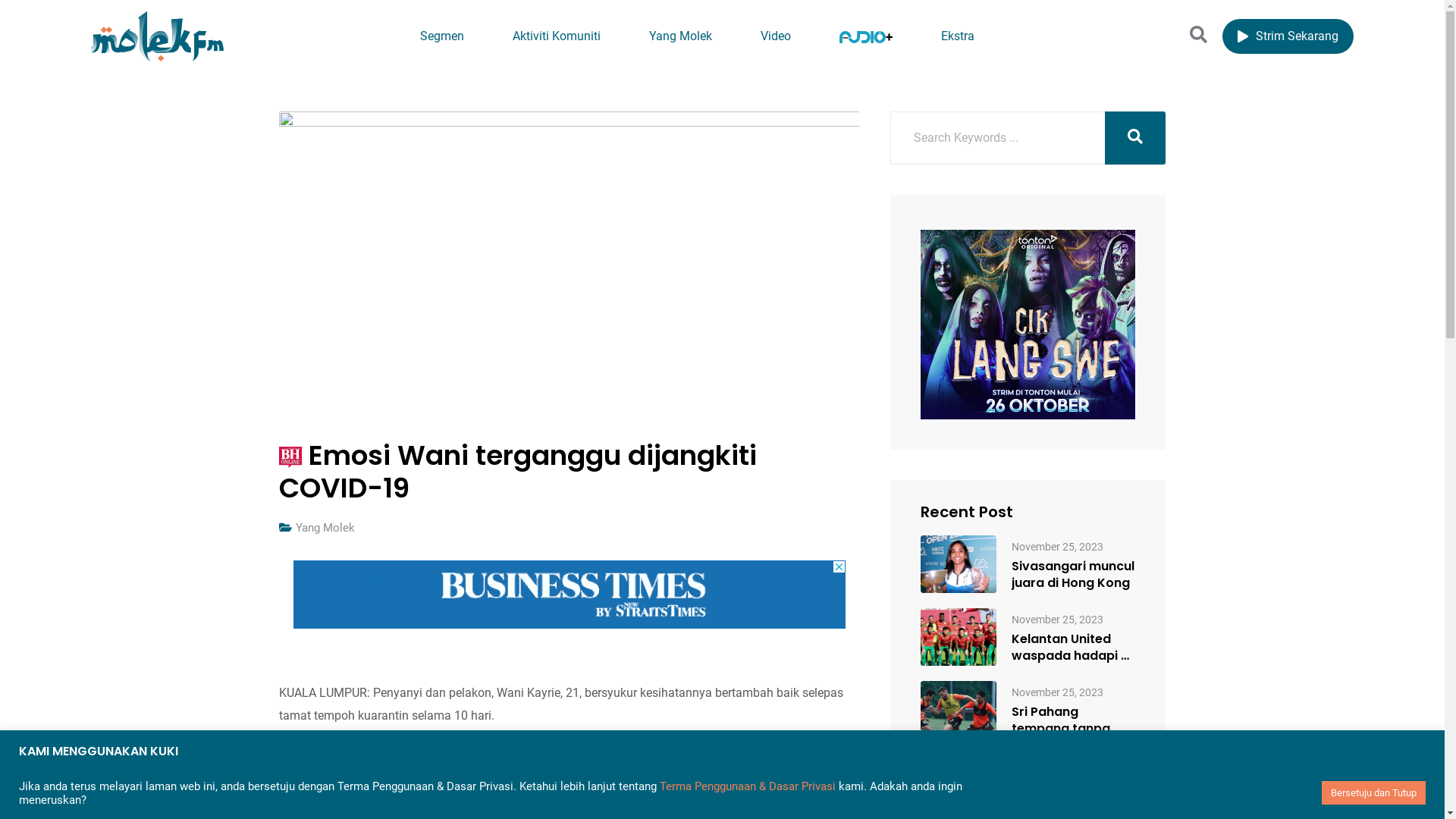 This screenshot has width=1456, height=819. I want to click on 'Terma Penggunaan & Dasar Privasi', so click(659, 786).